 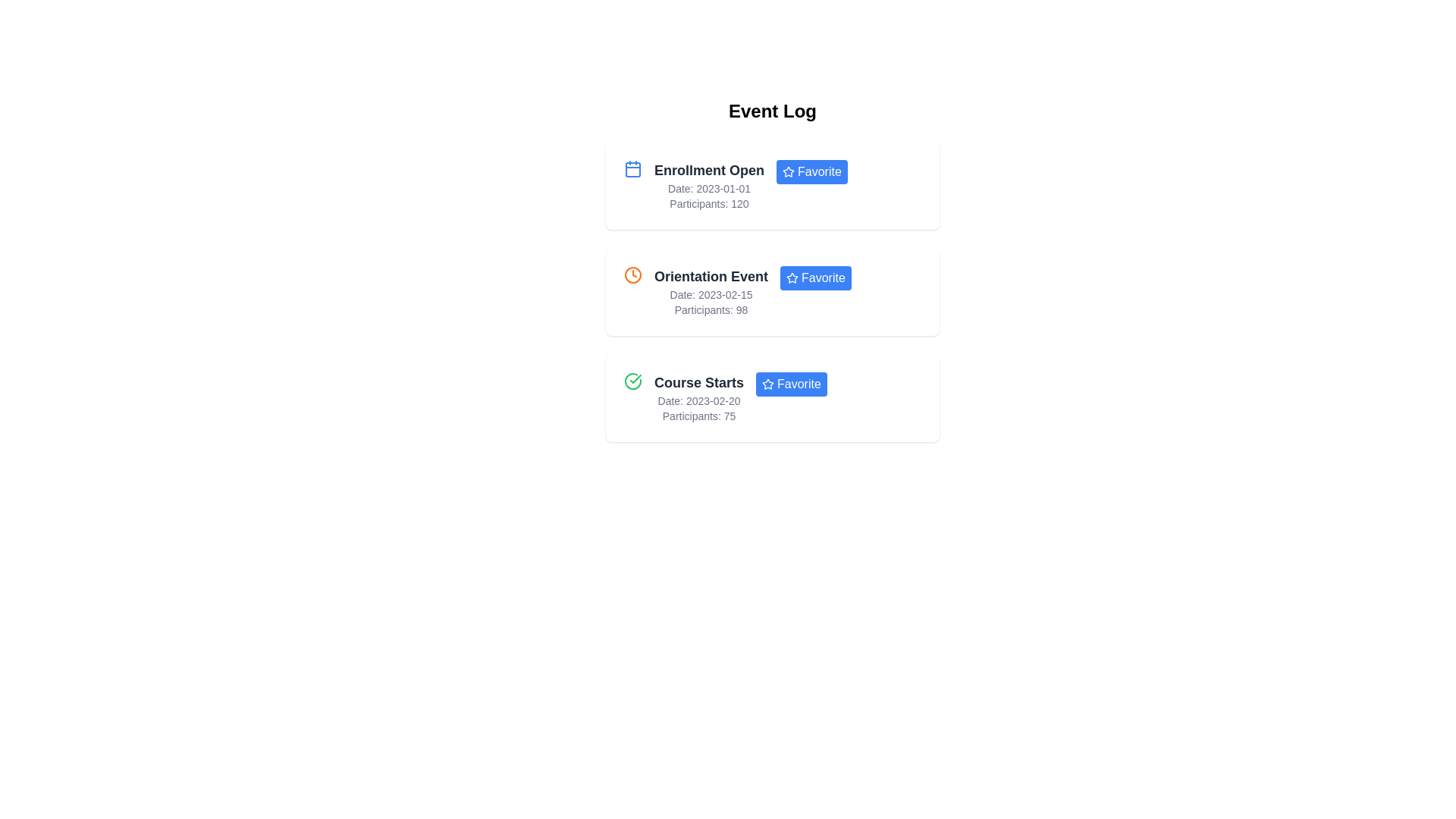 I want to click on the 'Favorite' icon embedded within the button of the second event card ('Orientation Event') to favorite or unfavorite the associated event, so click(x=792, y=278).